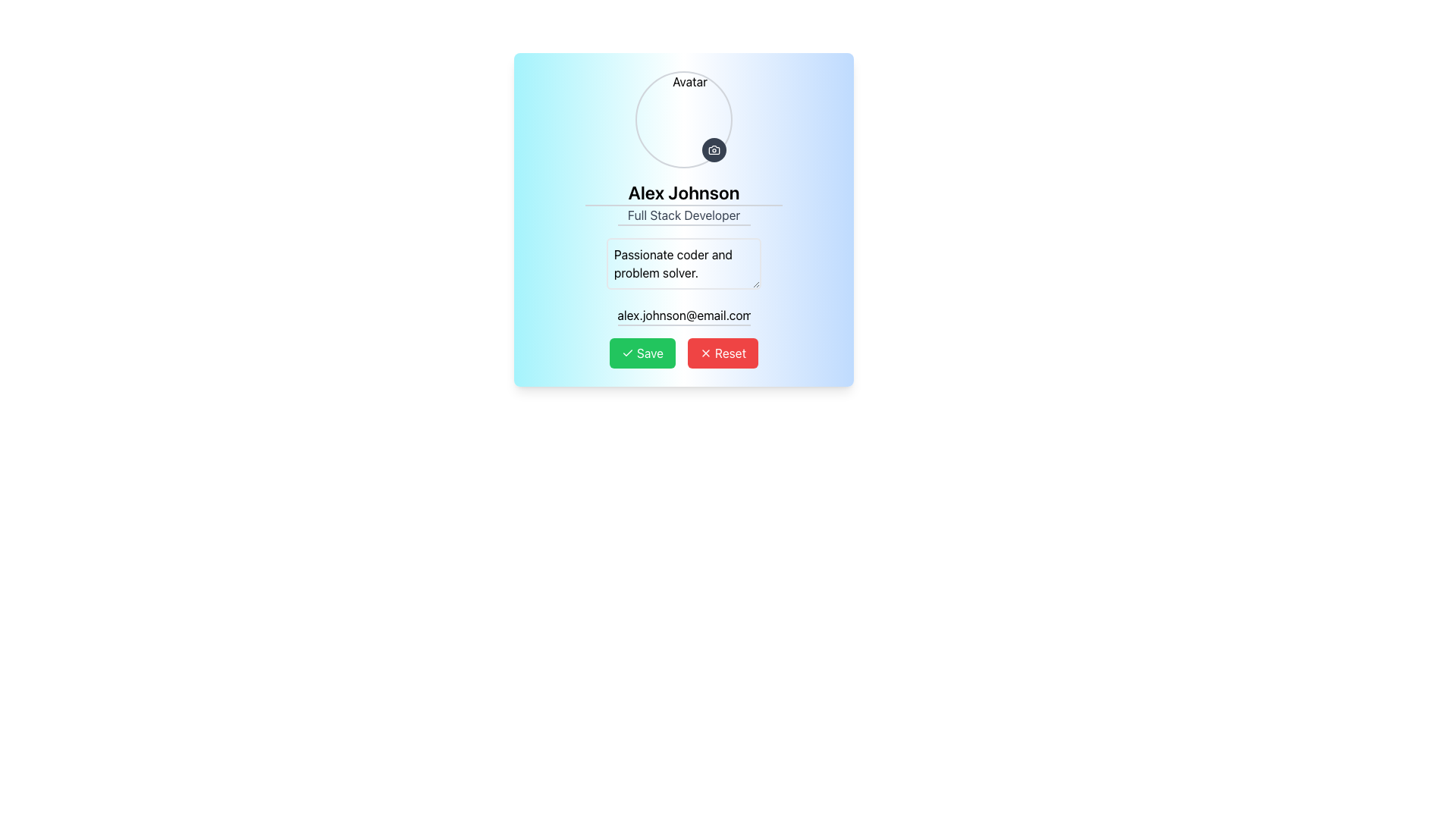 This screenshot has width=1456, height=819. What do you see at coordinates (713, 149) in the screenshot?
I see `the camera icon's lens area, which is characterized by a black outline and minimalistic design, located at the top center of the user profile card` at bounding box center [713, 149].